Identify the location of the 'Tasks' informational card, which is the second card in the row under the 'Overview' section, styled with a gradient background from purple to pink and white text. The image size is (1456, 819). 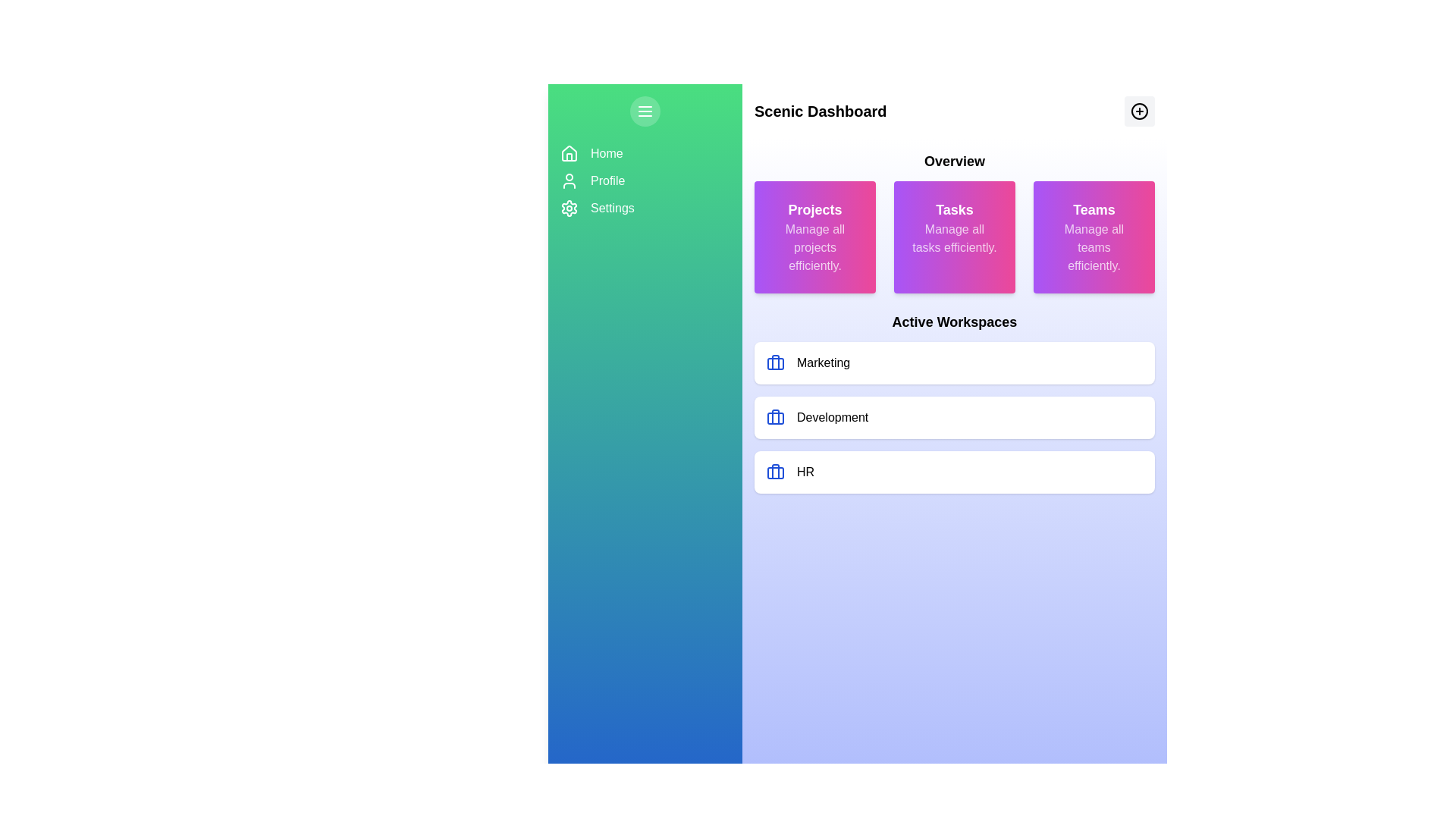
(953, 237).